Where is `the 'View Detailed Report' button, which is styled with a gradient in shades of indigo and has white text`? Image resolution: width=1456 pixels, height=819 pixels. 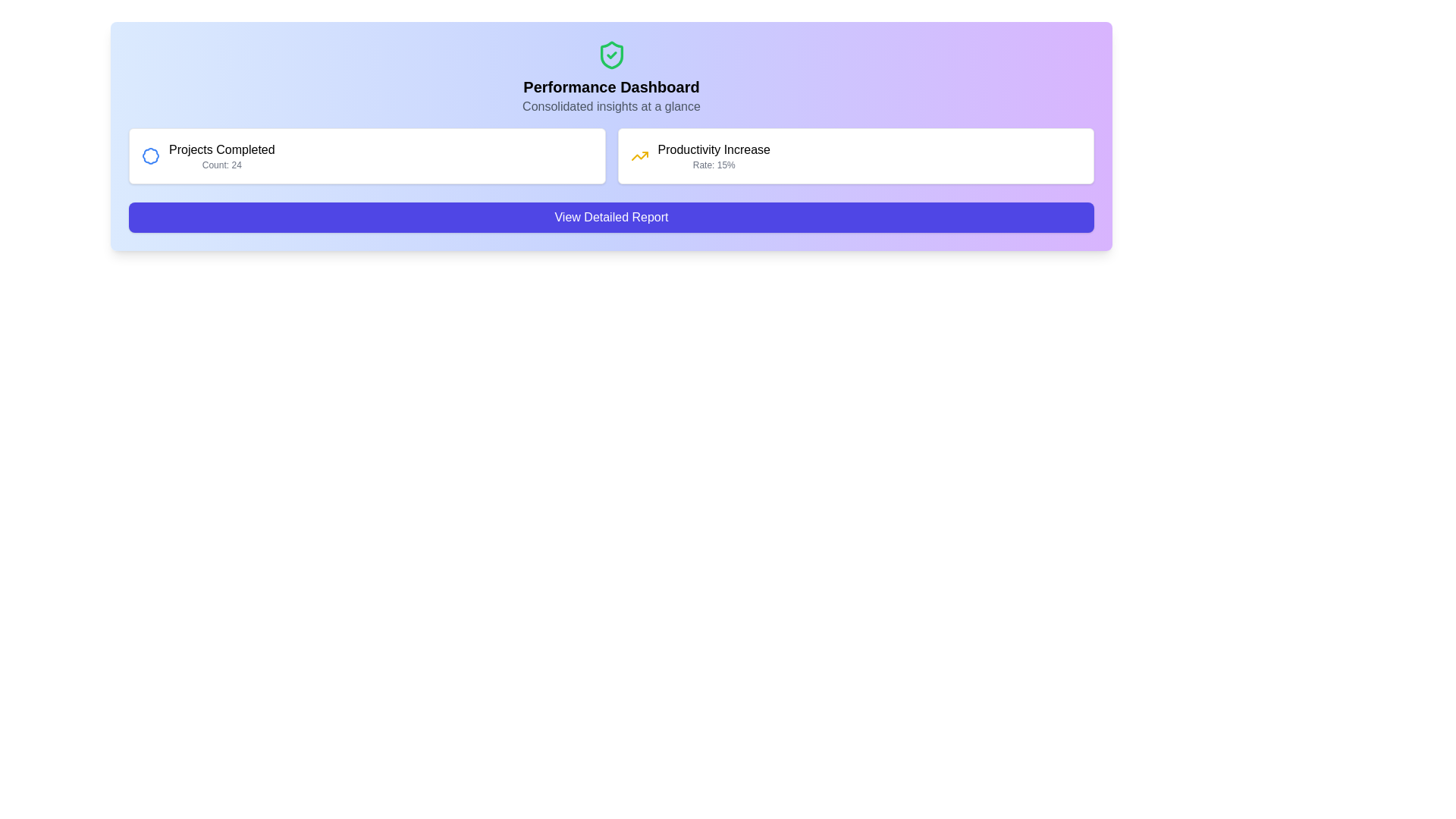
the 'View Detailed Report' button, which is styled with a gradient in shades of indigo and has white text is located at coordinates (611, 217).